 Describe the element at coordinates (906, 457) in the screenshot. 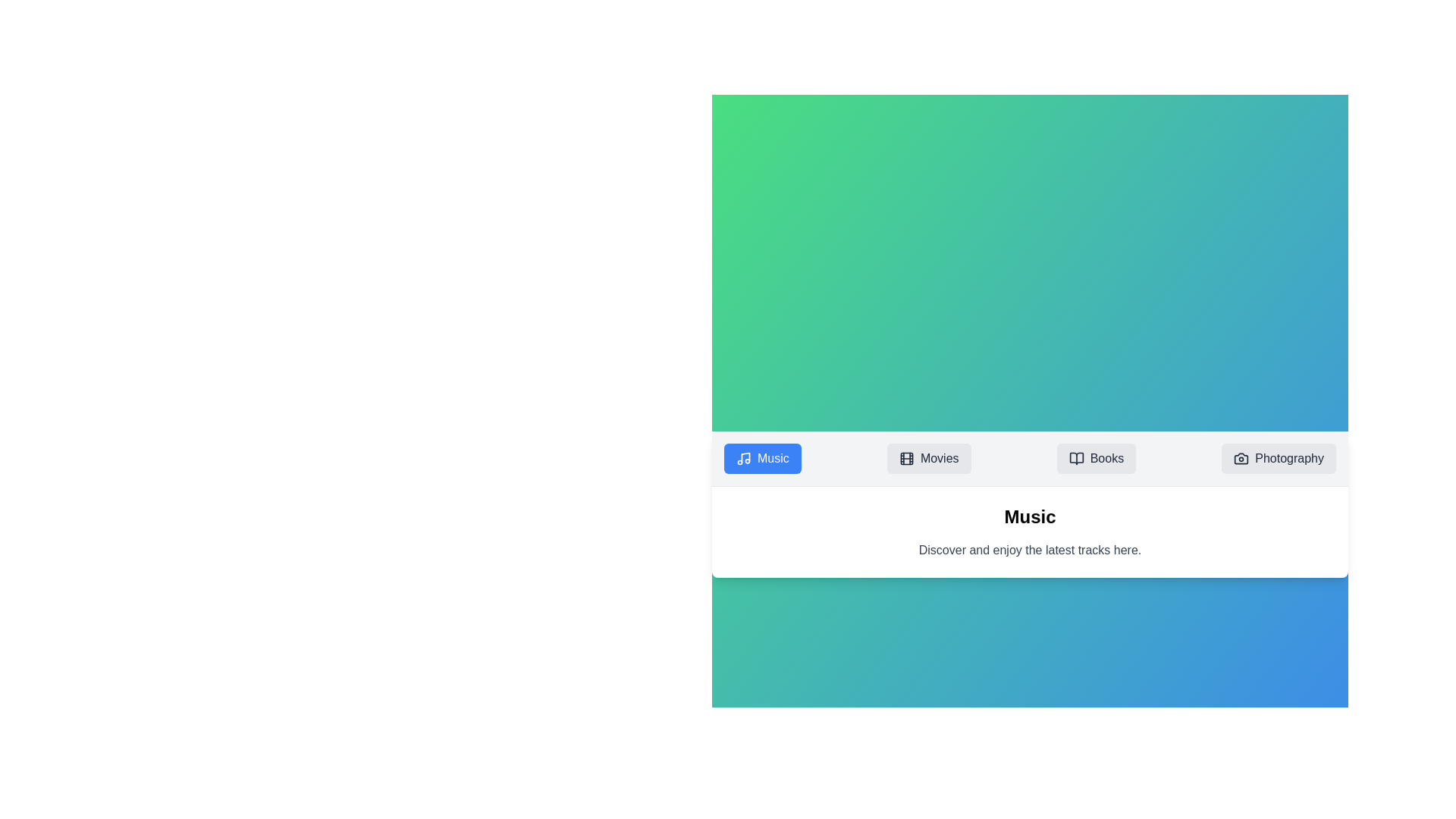

I see `the top-left corner element of the film icon SVG, which is part of a graphical representation of a film or movie reel` at that location.